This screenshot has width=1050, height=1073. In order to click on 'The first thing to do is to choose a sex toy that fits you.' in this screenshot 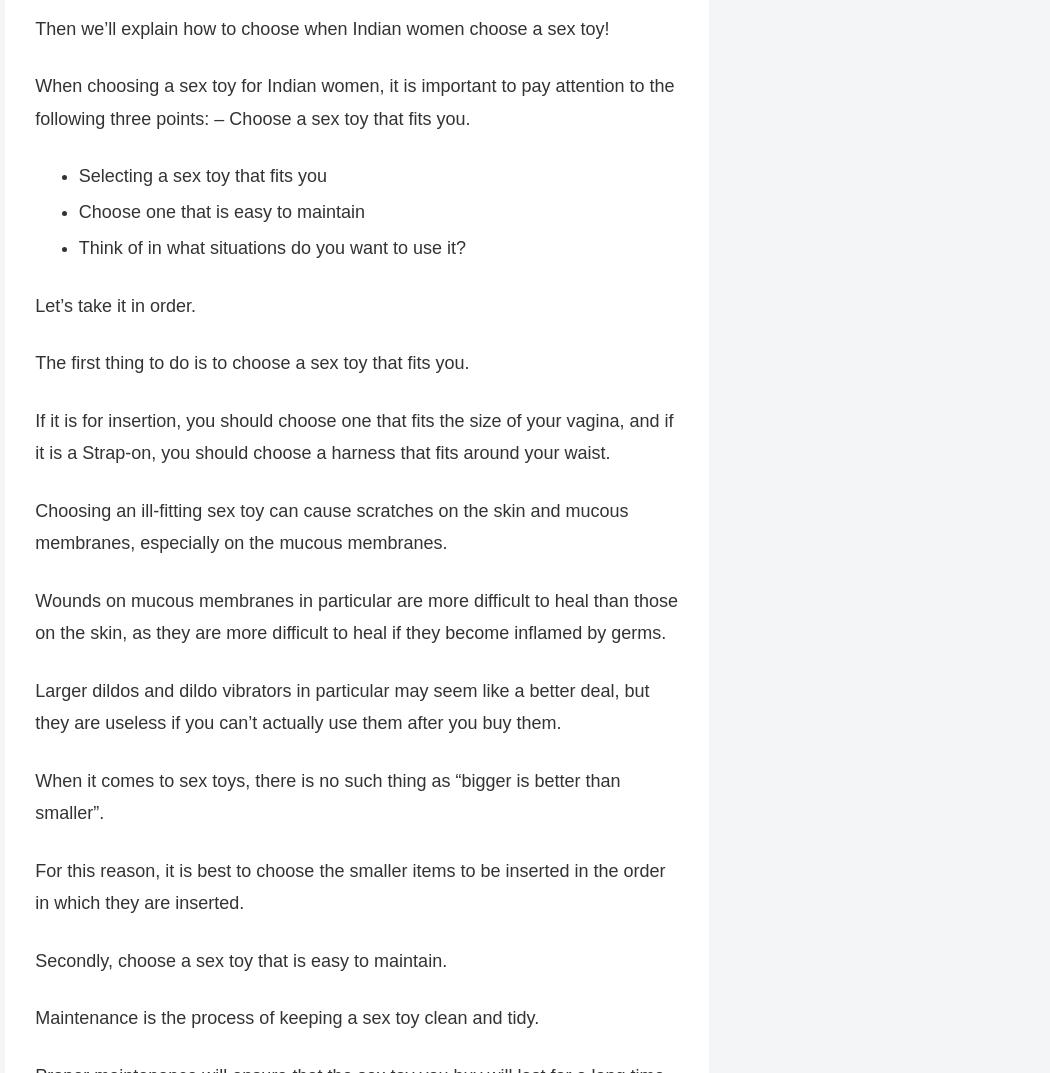, I will do `click(34, 364)`.